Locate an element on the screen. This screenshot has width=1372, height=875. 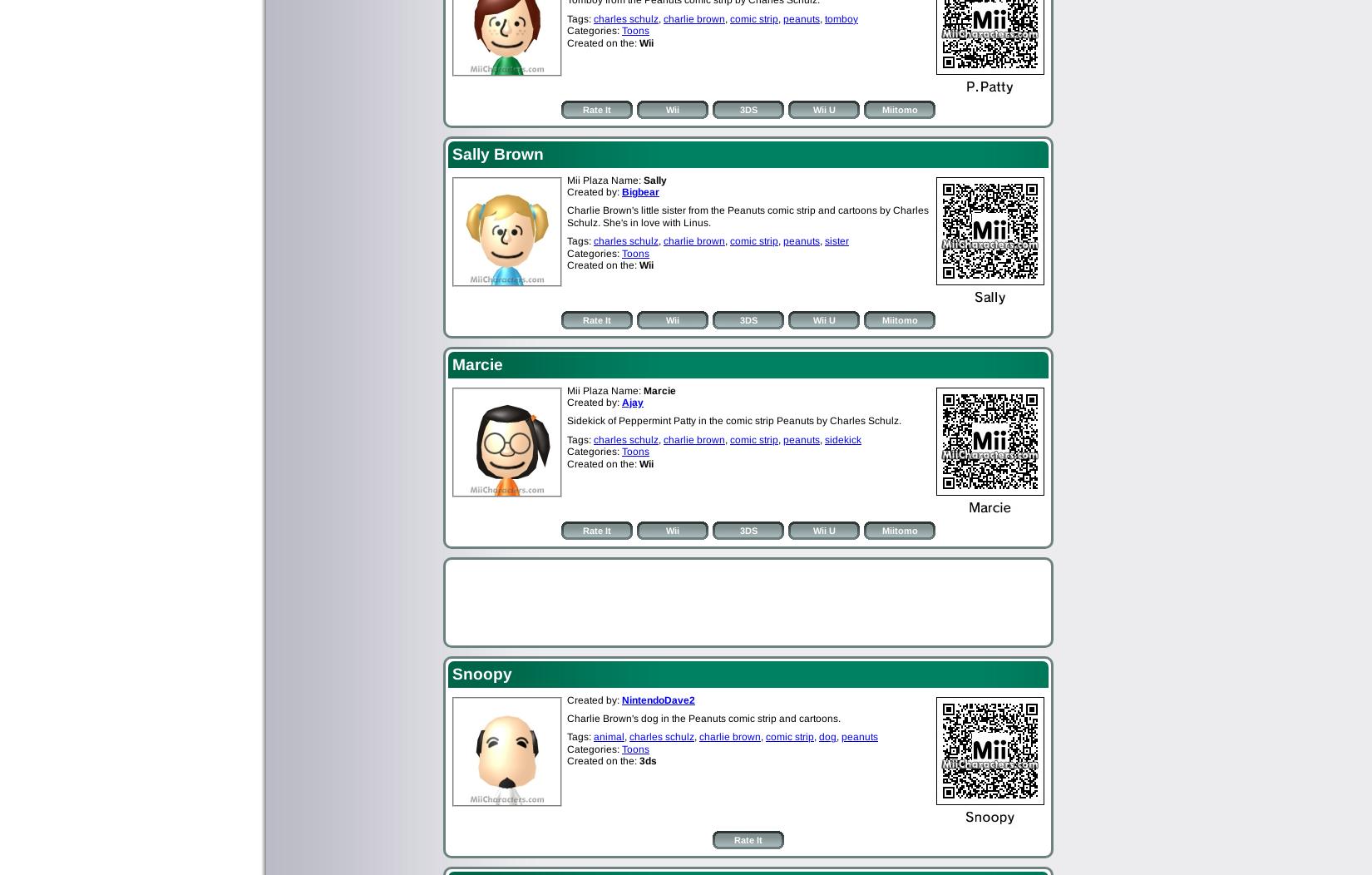
'Ajay' is located at coordinates (631, 401).